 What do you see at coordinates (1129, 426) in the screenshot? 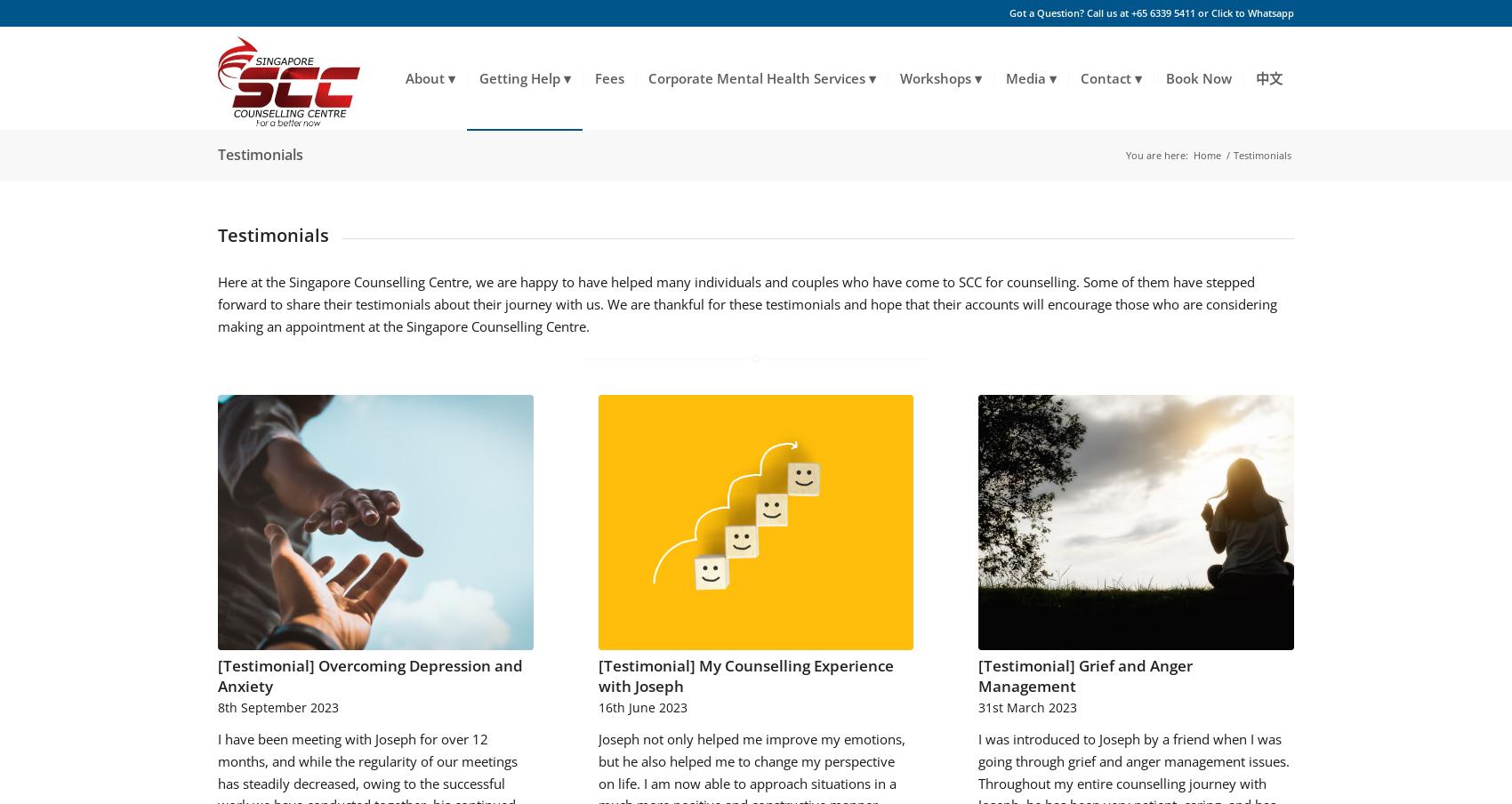
I see `'https://scc.sg/e/wp-content/uploads/2023/03/solitude-copy-women-sorrow-casual-lonely-scaled.jpg'` at bounding box center [1129, 426].